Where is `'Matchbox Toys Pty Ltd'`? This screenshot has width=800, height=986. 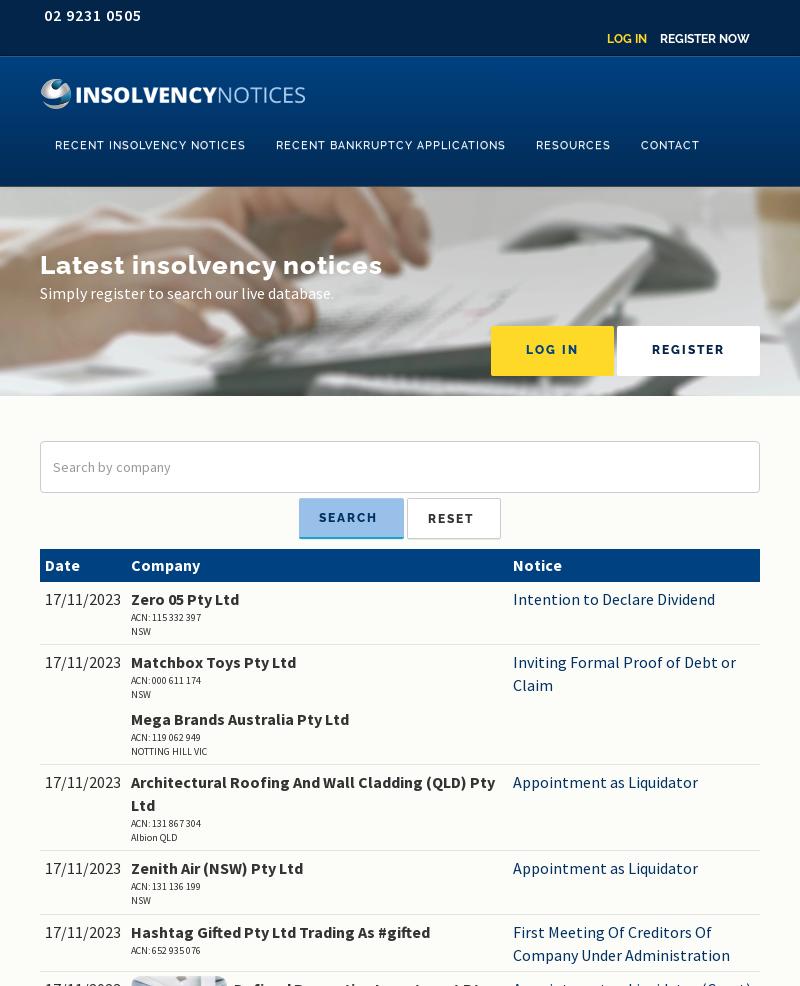 'Matchbox Toys Pty Ltd' is located at coordinates (130, 661).